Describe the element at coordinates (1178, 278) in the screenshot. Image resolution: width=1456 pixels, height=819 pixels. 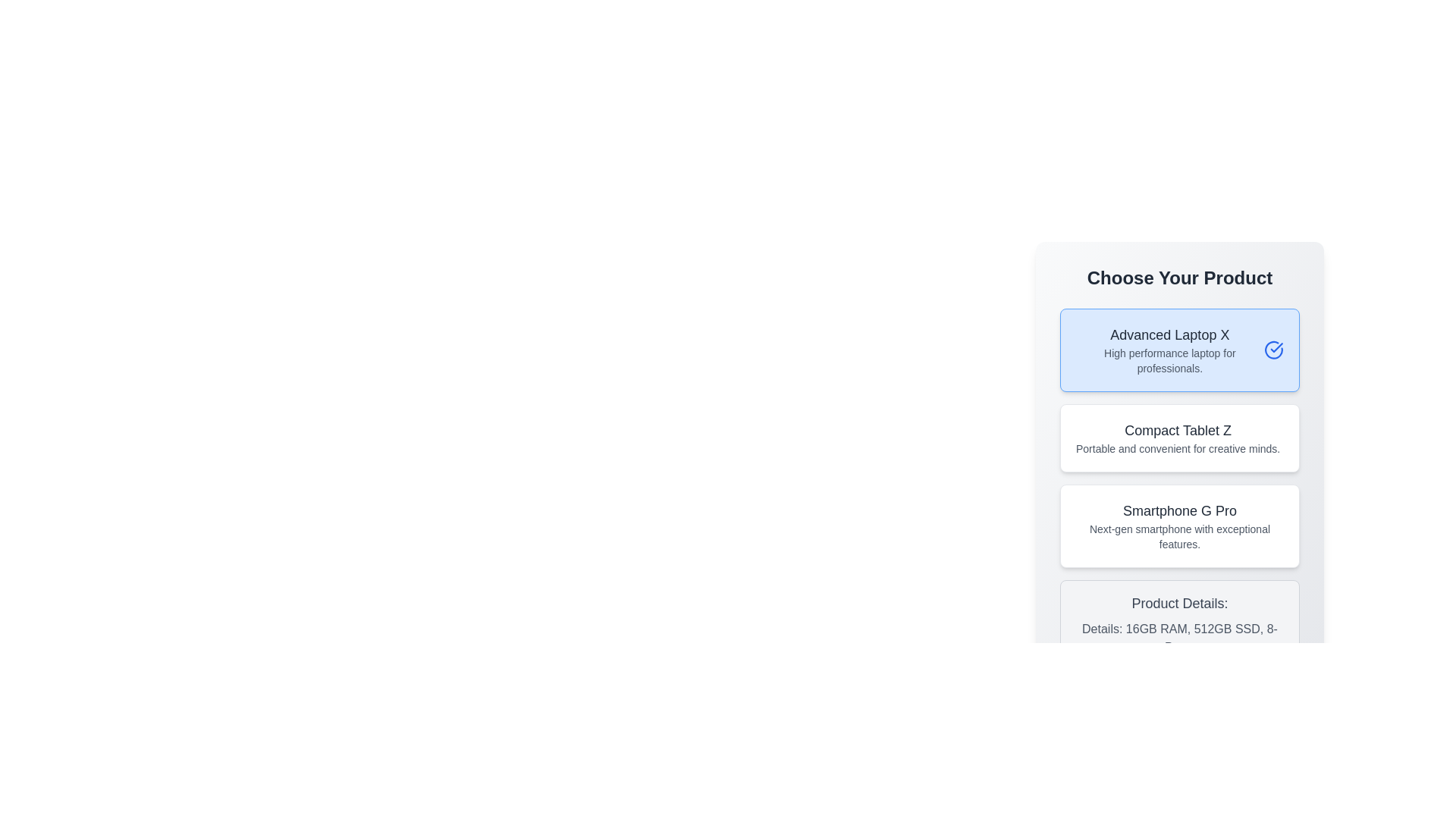
I see `the header text element that introduces the product selection interface, positioned above the list of selectable product options` at that location.